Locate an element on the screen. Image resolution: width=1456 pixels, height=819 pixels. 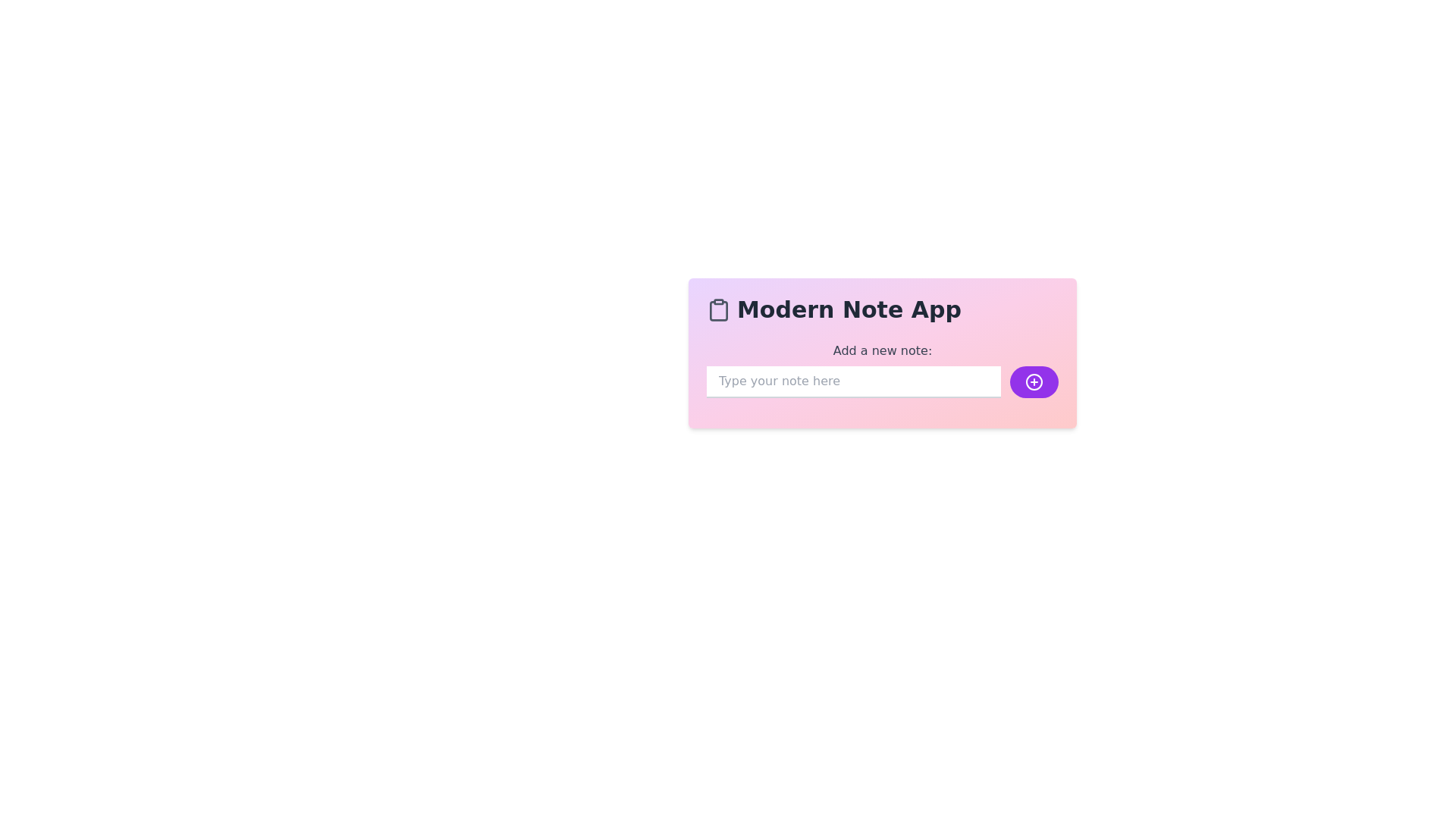
the button used for adding a new note, located immediately to the right of the text input field labeled 'Type your note here' is located at coordinates (1033, 381).